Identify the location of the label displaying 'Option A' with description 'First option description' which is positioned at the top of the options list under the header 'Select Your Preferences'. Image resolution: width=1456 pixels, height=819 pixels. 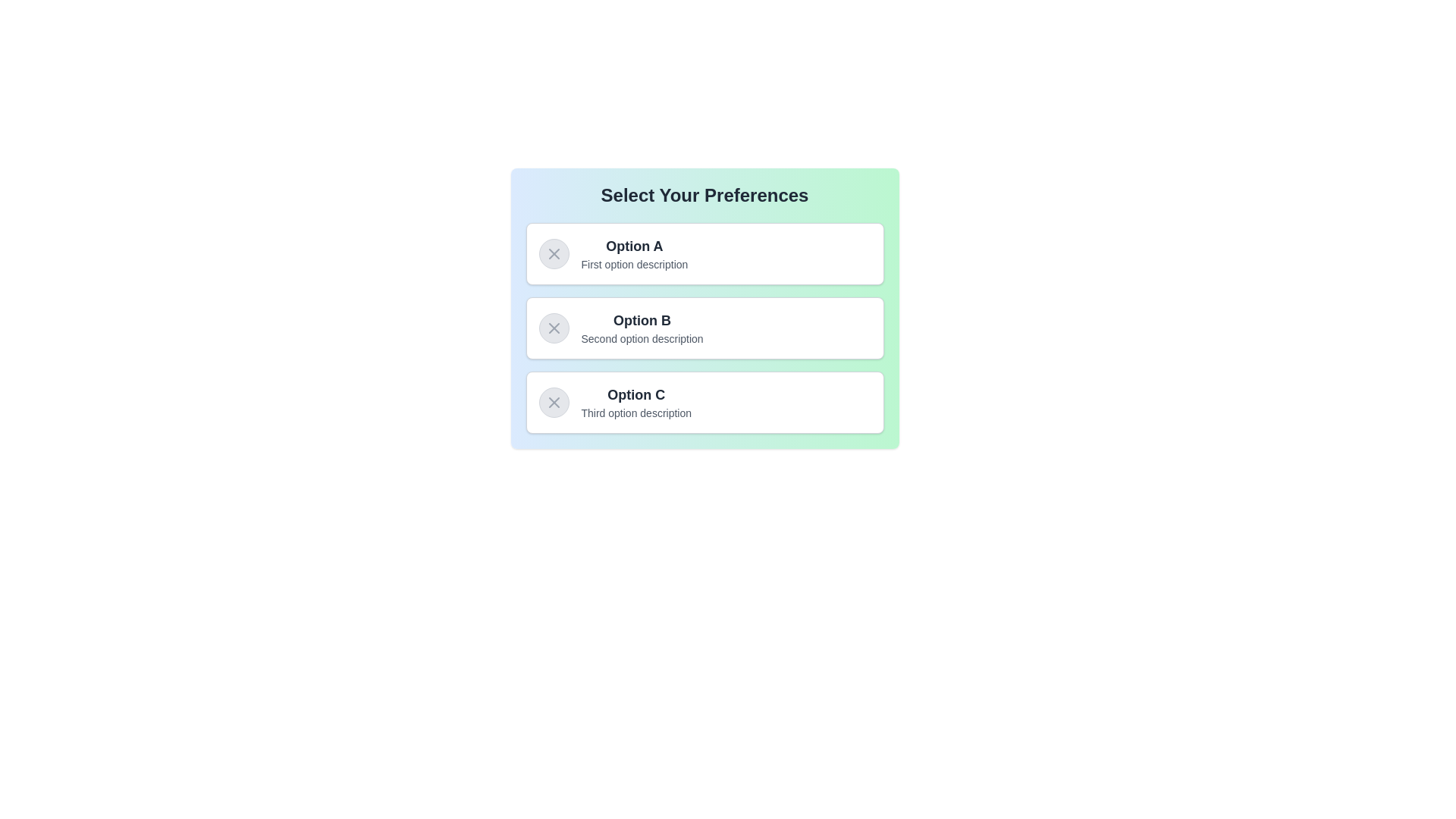
(634, 253).